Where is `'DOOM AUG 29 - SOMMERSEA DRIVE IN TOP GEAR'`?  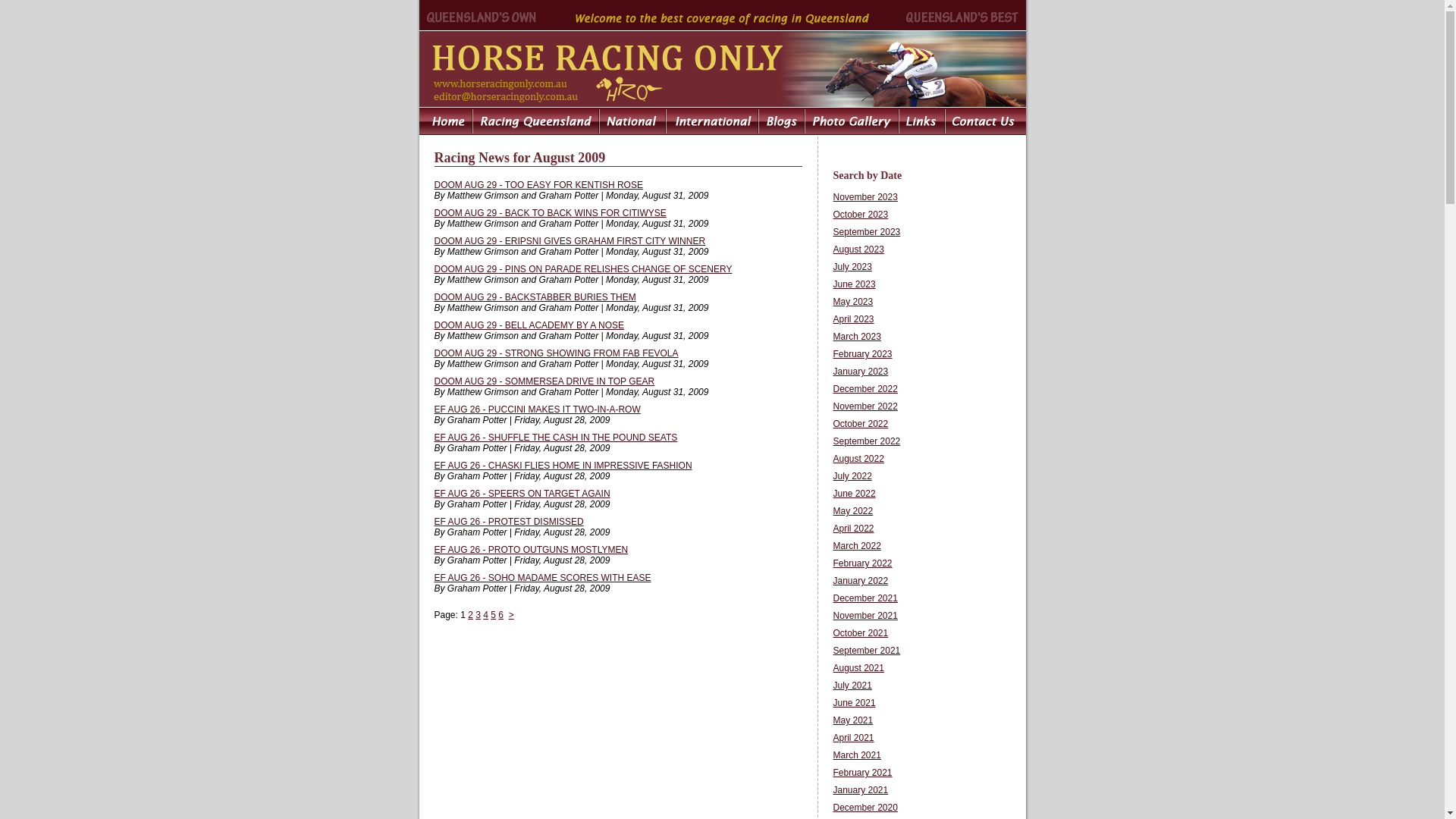
'DOOM AUG 29 - SOMMERSEA DRIVE IN TOP GEAR' is located at coordinates (544, 380).